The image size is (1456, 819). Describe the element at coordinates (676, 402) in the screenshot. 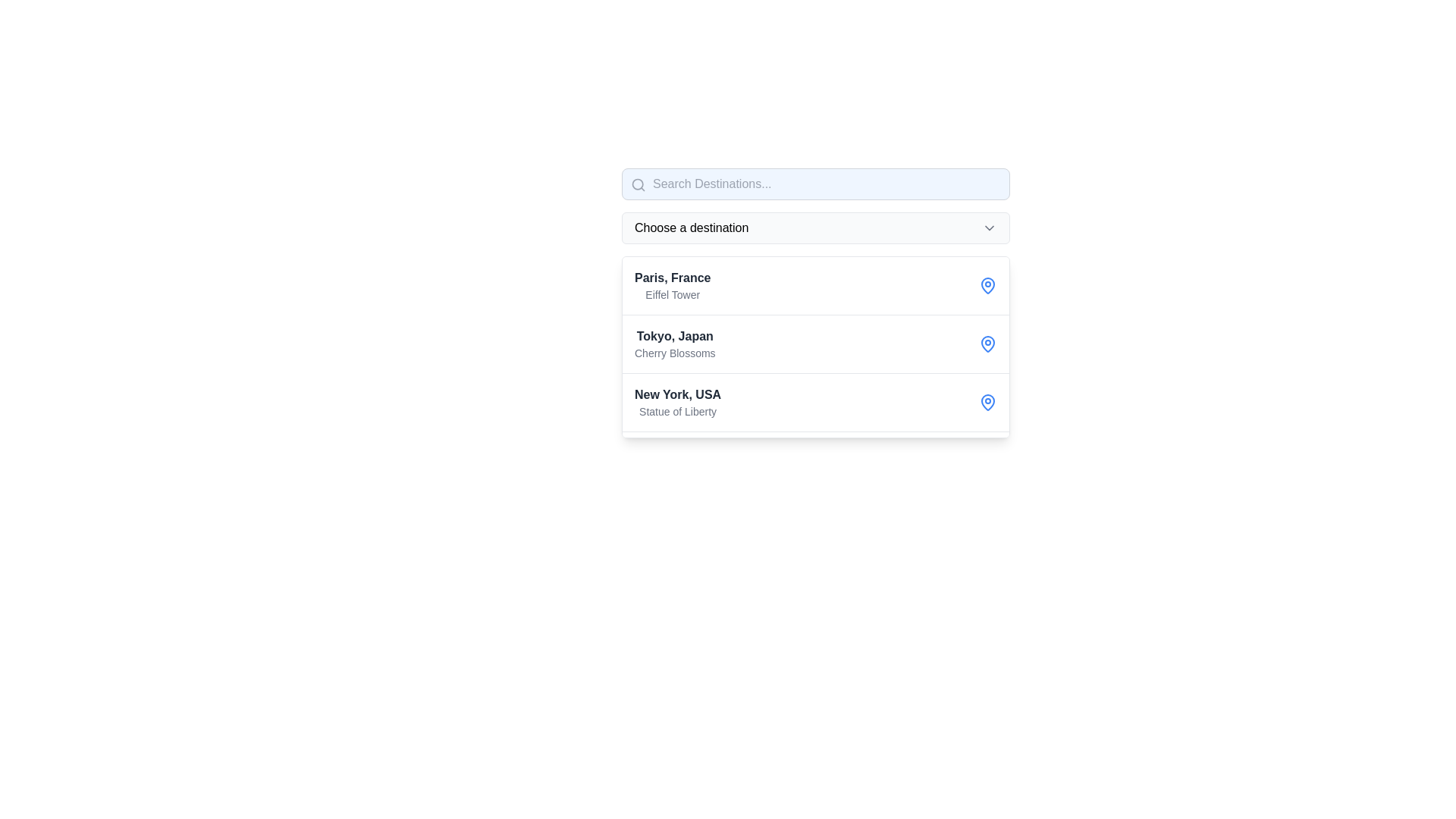

I see `on the list item that displays 'New York, USA' in bold text and 'Statue of Liberty' as a subtitle, confirming the selection` at that location.